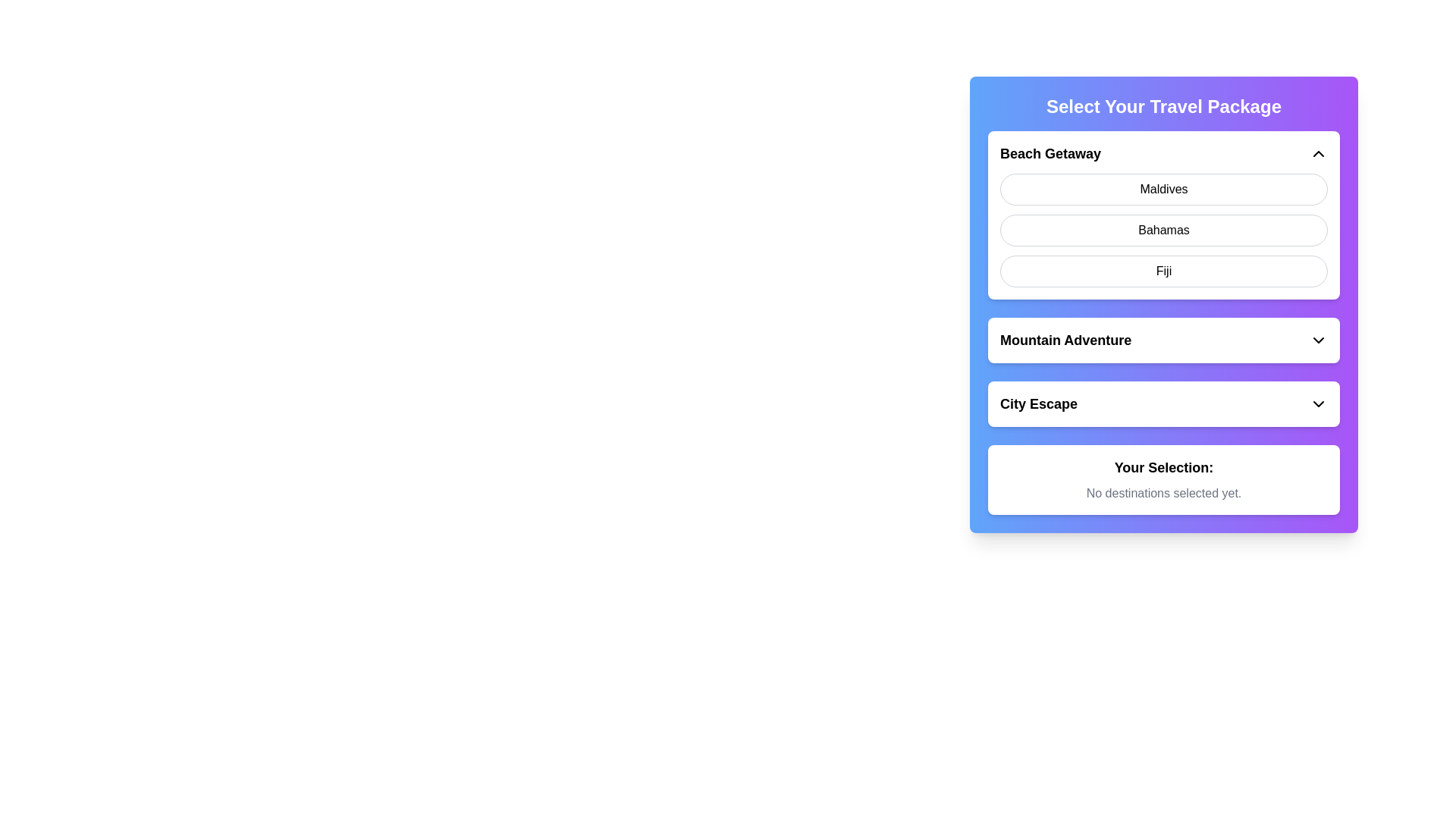  I want to click on the 'Beach Getaway' text label, which is a bold title positioned at the top-left corner of the travel package selection panel, so click(1050, 154).